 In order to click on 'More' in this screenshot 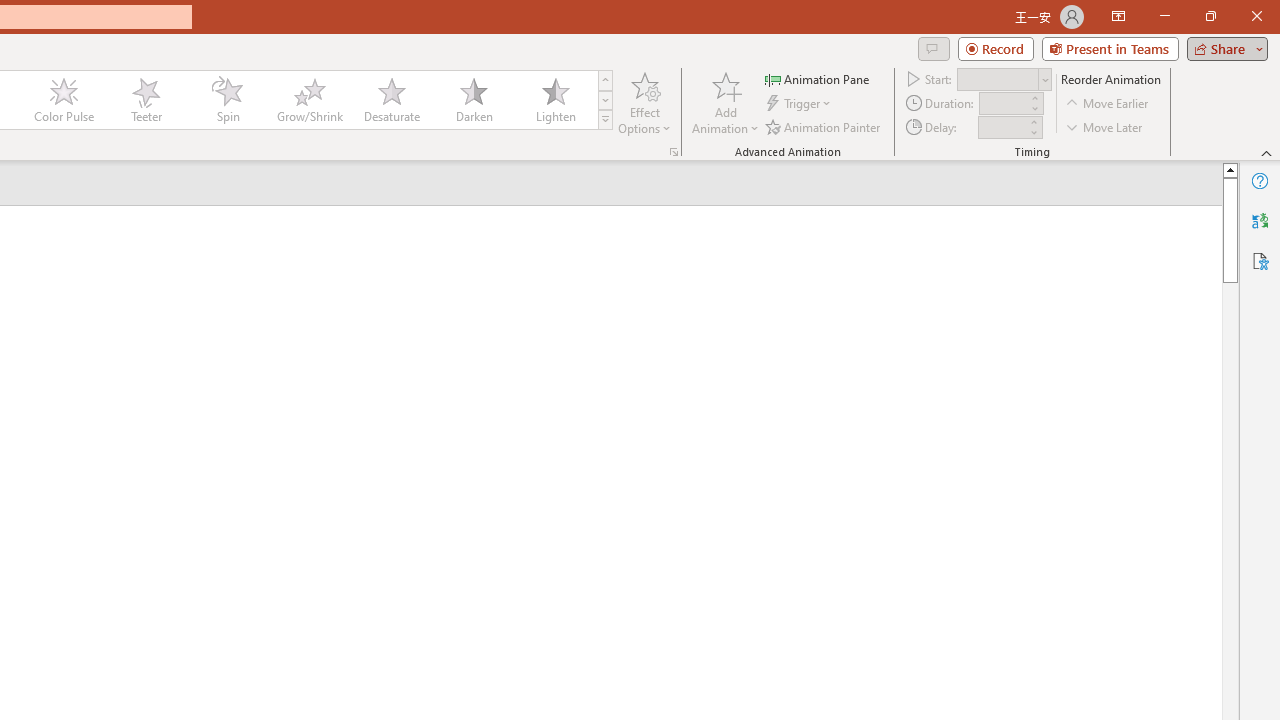, I will do `click(1033, 121)`.